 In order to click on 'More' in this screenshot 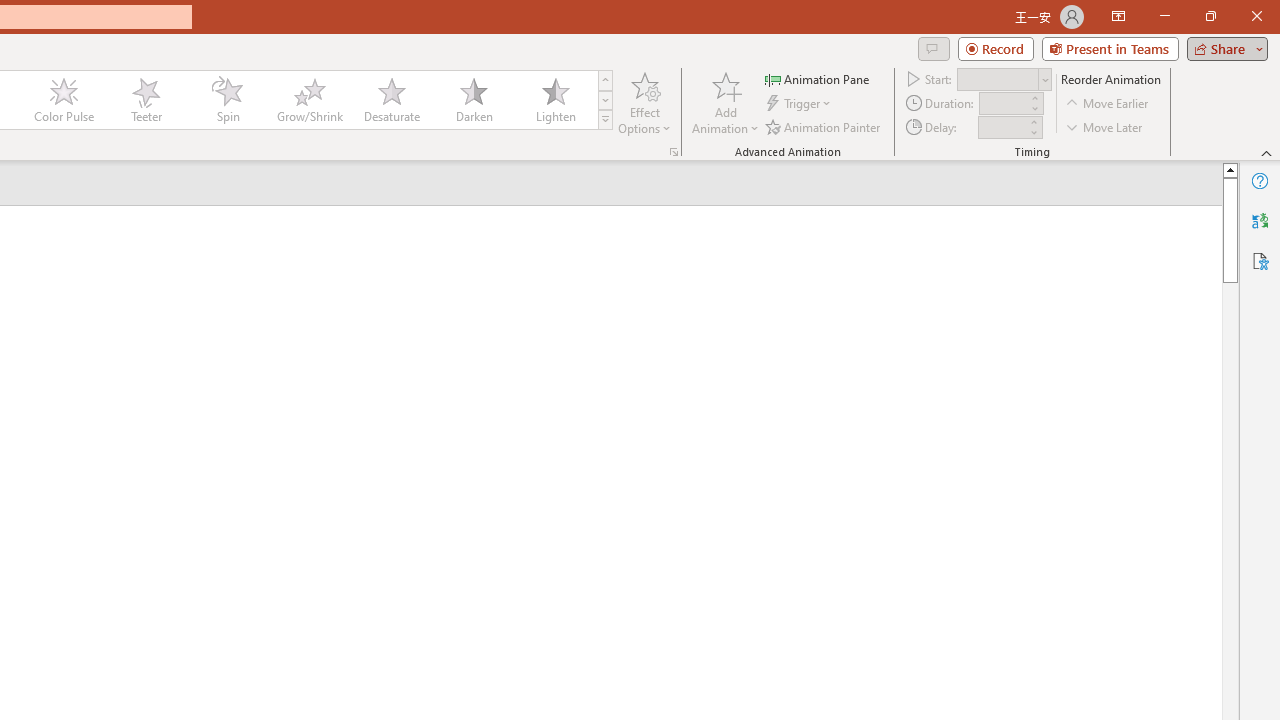, I will do `click(1033, 121)`.